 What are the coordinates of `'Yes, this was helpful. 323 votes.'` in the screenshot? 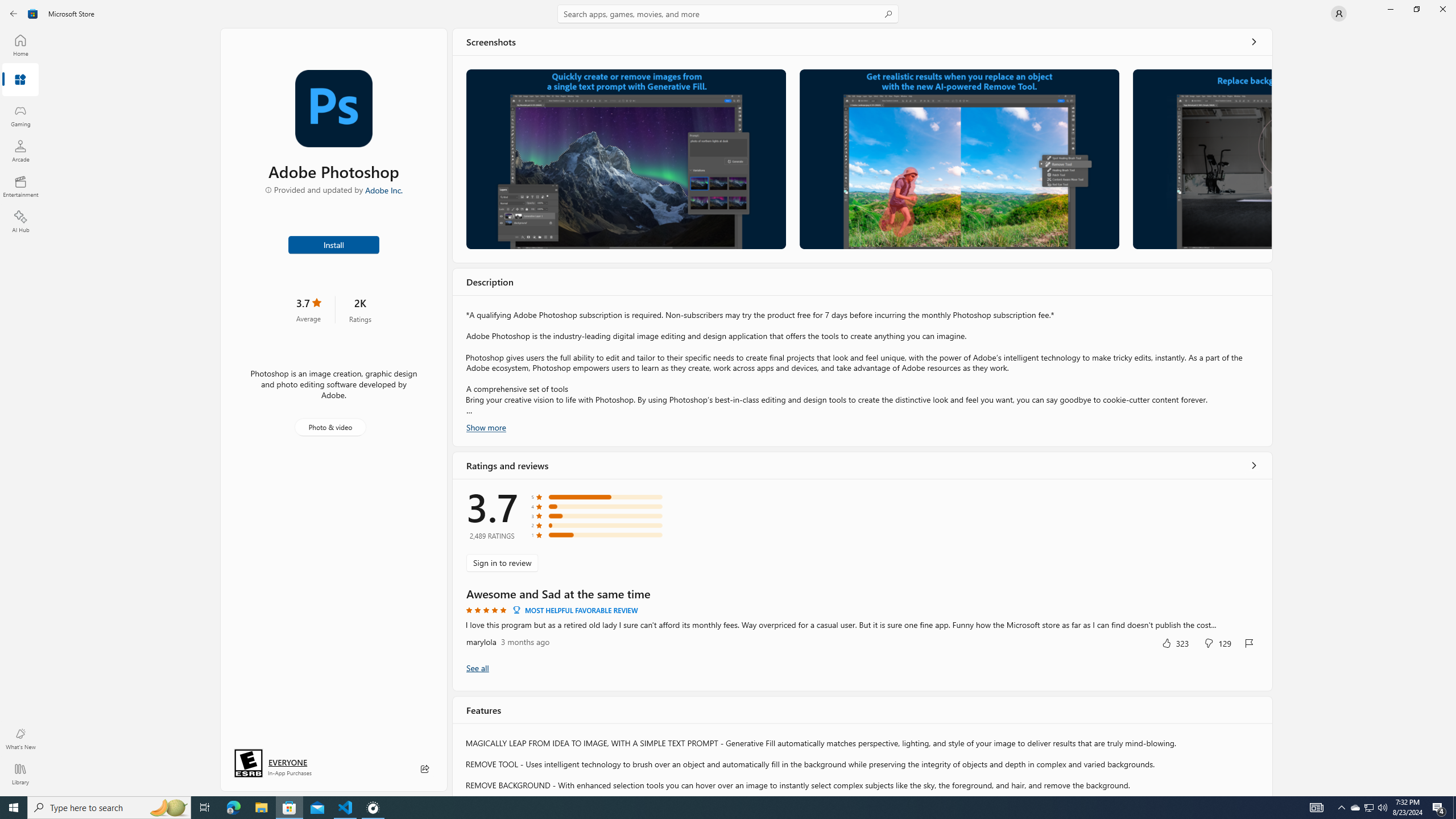 It's located at (1174, 642).